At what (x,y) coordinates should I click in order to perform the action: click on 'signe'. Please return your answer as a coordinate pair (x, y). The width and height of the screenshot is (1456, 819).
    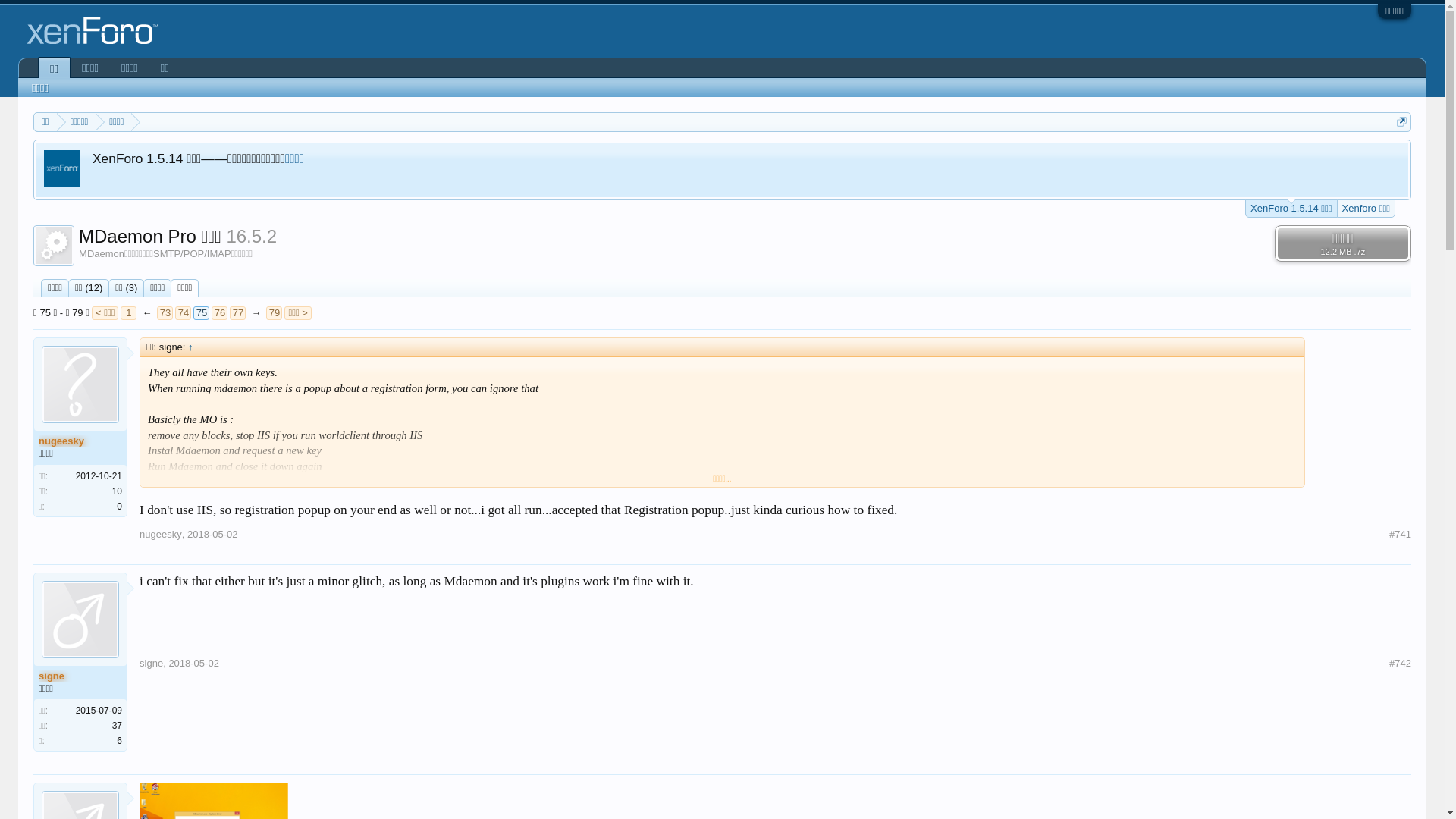
    Looking at the image, I should click on (79, 675).